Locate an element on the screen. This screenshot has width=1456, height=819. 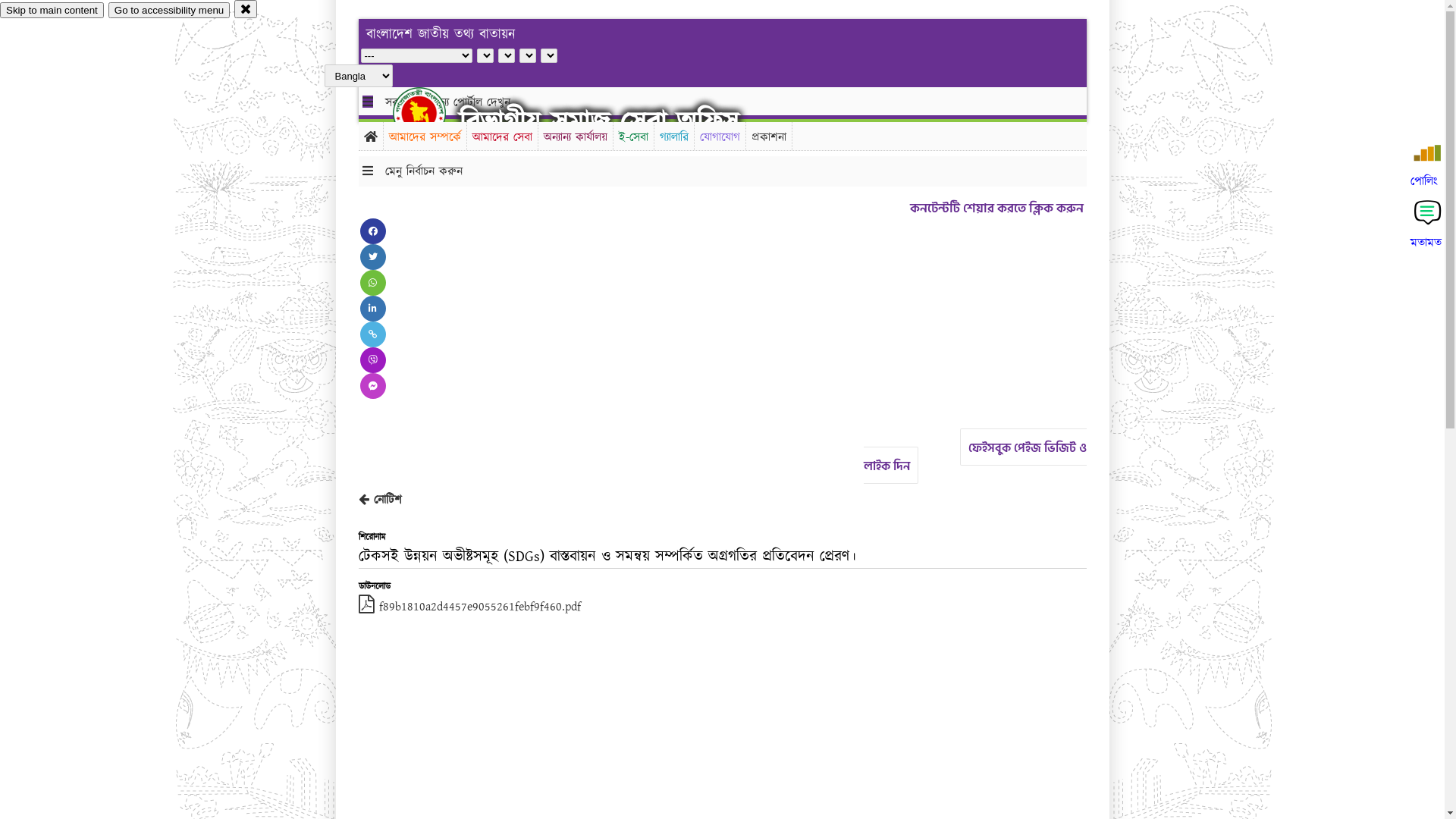
'Go to accessibility menu' is located at coordinates (168, 10).